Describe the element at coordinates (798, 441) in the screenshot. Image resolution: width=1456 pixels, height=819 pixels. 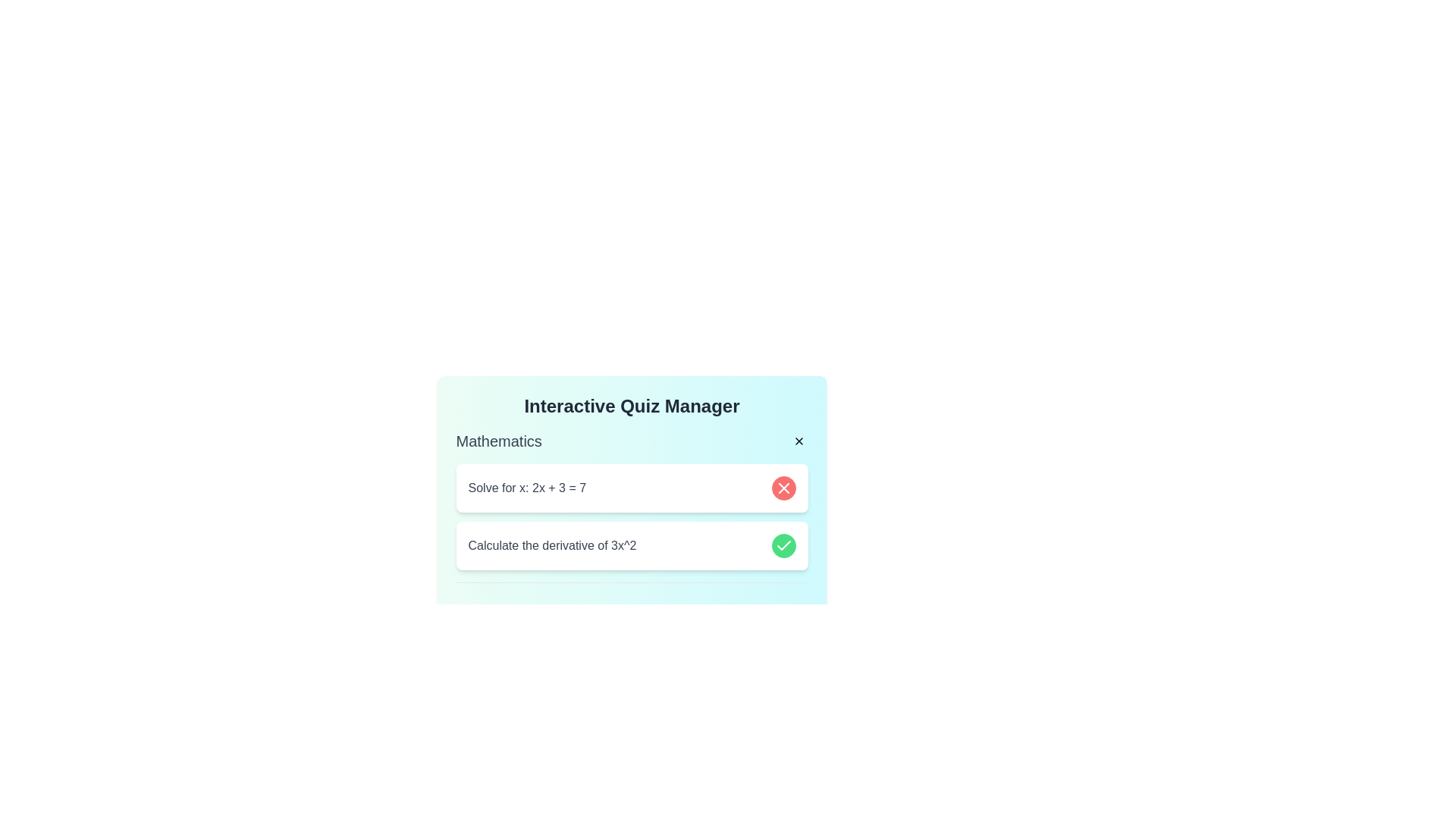
I see `the small square button with an 'X' icon located to the right of the 'Mathematics' label` at that location.